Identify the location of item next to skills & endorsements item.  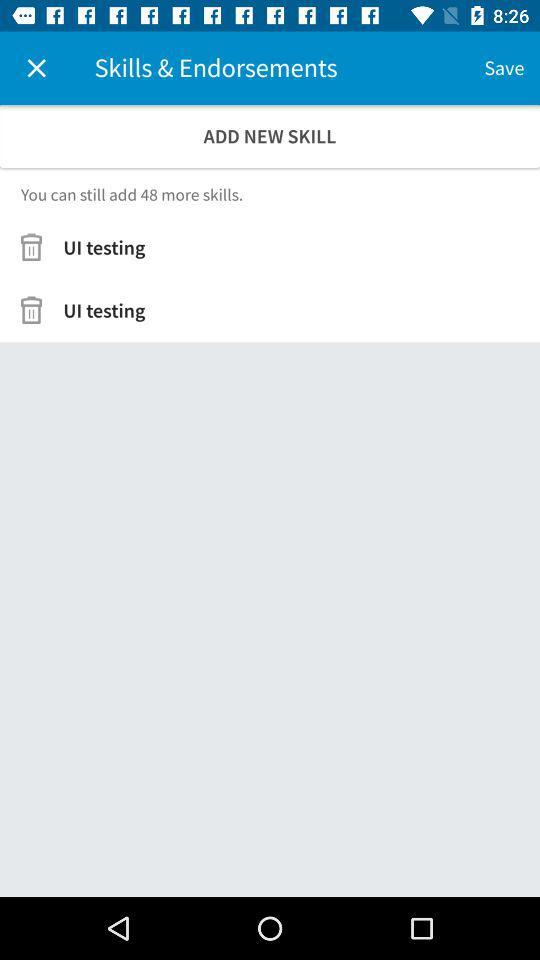
(503, 68).